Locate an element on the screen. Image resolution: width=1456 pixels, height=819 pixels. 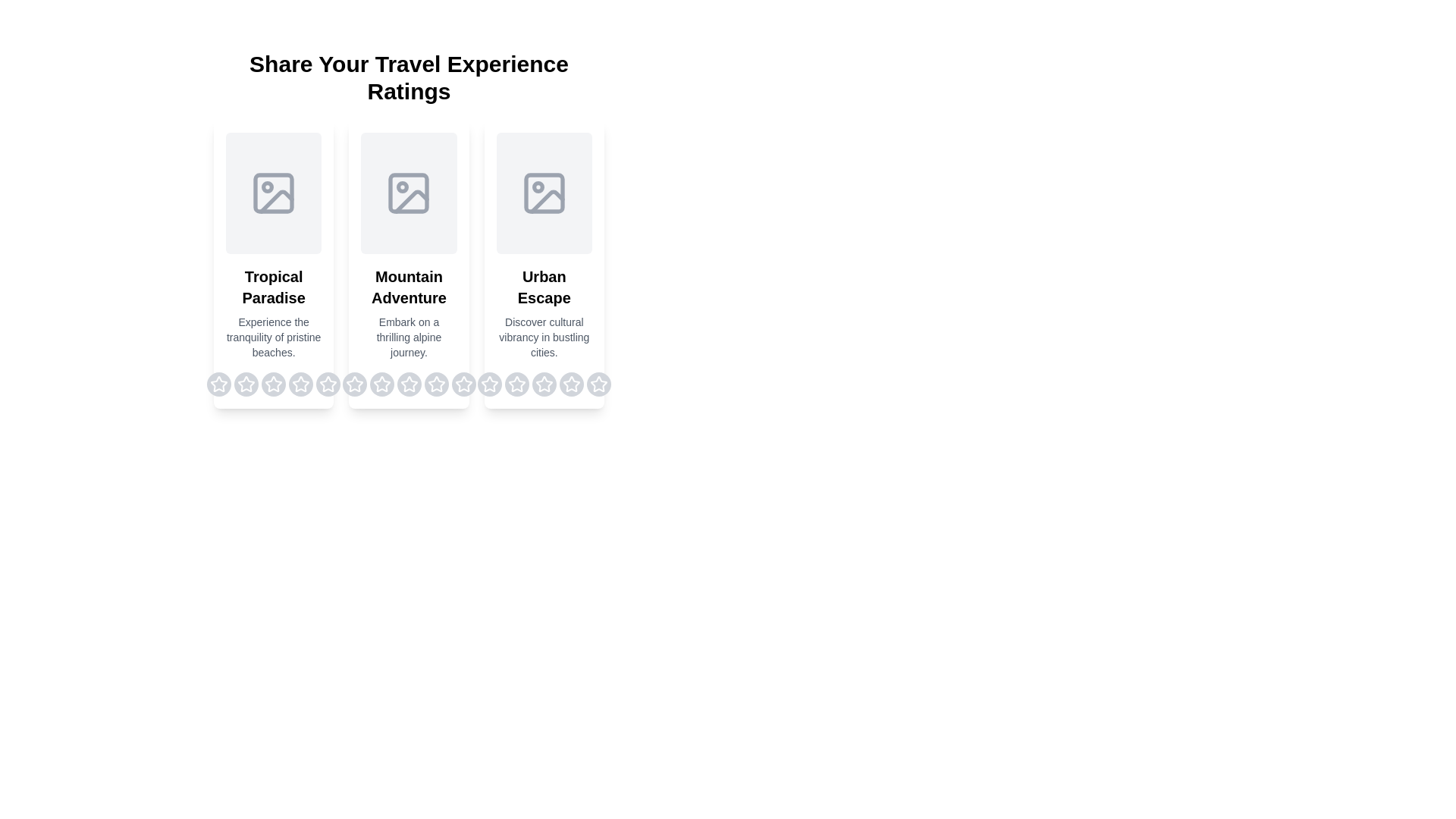
the rating for a destination to 2 stars by clicking on the corresponding star for the destination Urban Escape is located at coordinates (516, 383).